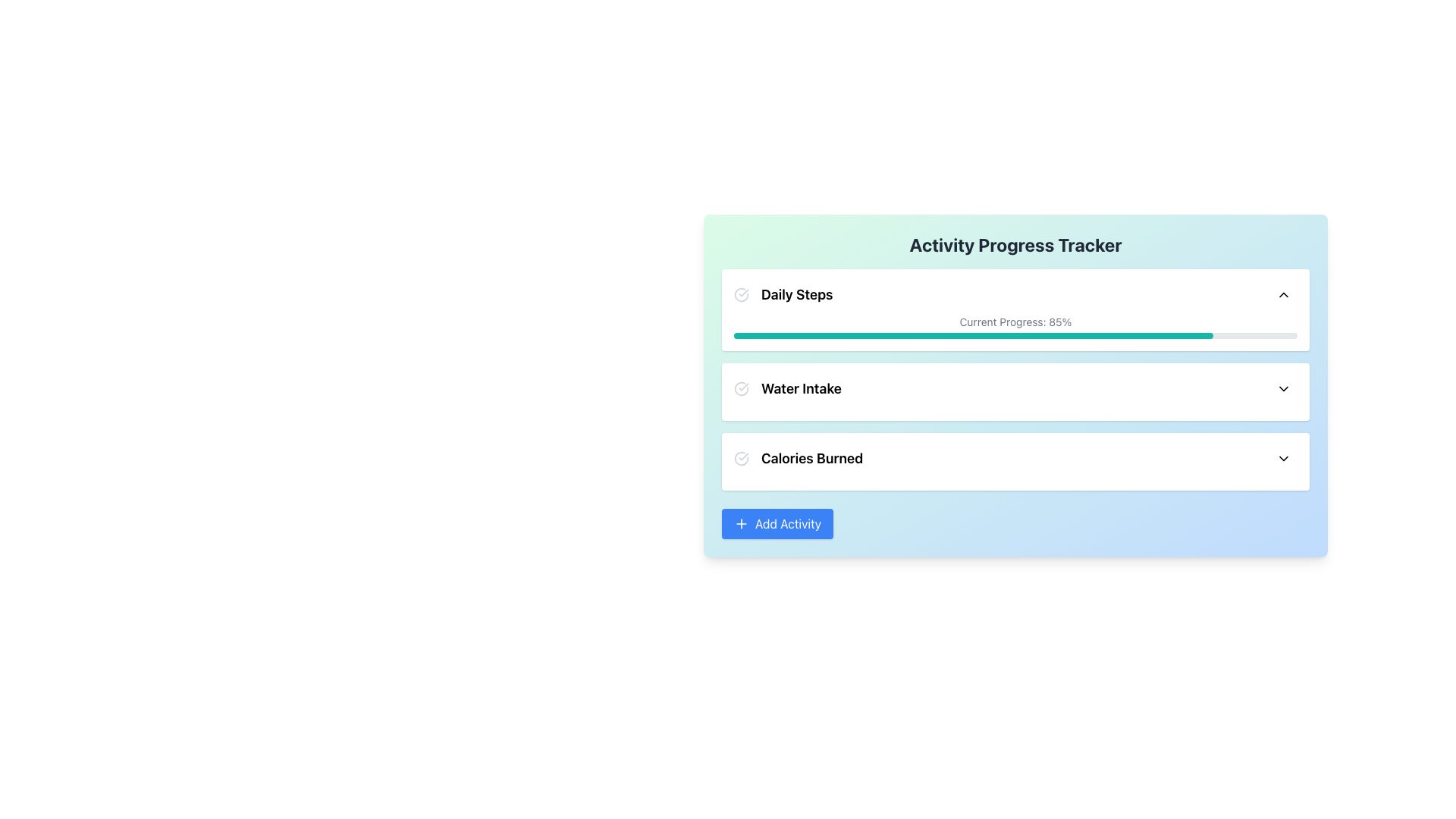  I want to click on the Progress Bar that indicates 85% completion of the 'Daily Steps' activity within the 'Activity Progress Tracker' card, so click(973, 335).